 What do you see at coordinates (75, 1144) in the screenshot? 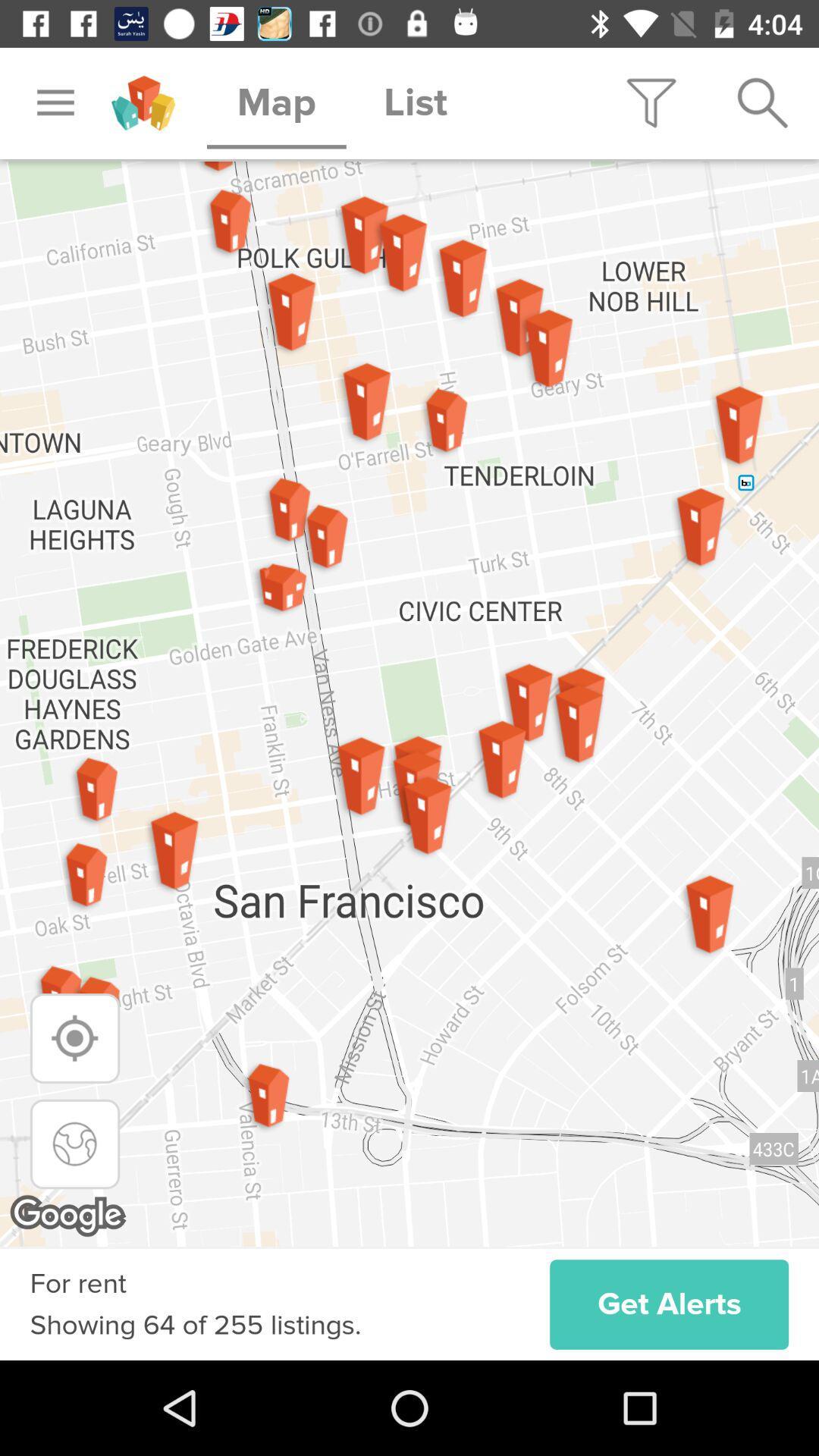
I see `recenter map view` at bounding box center [75, 1144].